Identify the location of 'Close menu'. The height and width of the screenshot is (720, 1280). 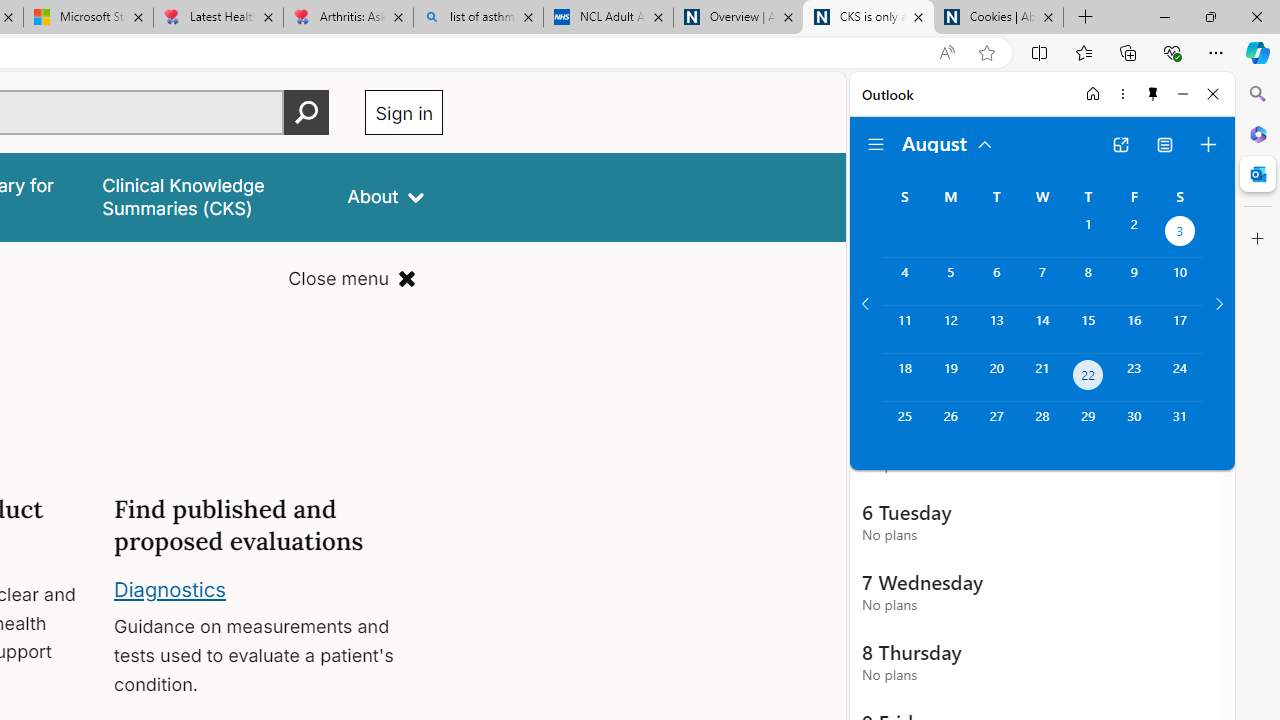
(352, 279).